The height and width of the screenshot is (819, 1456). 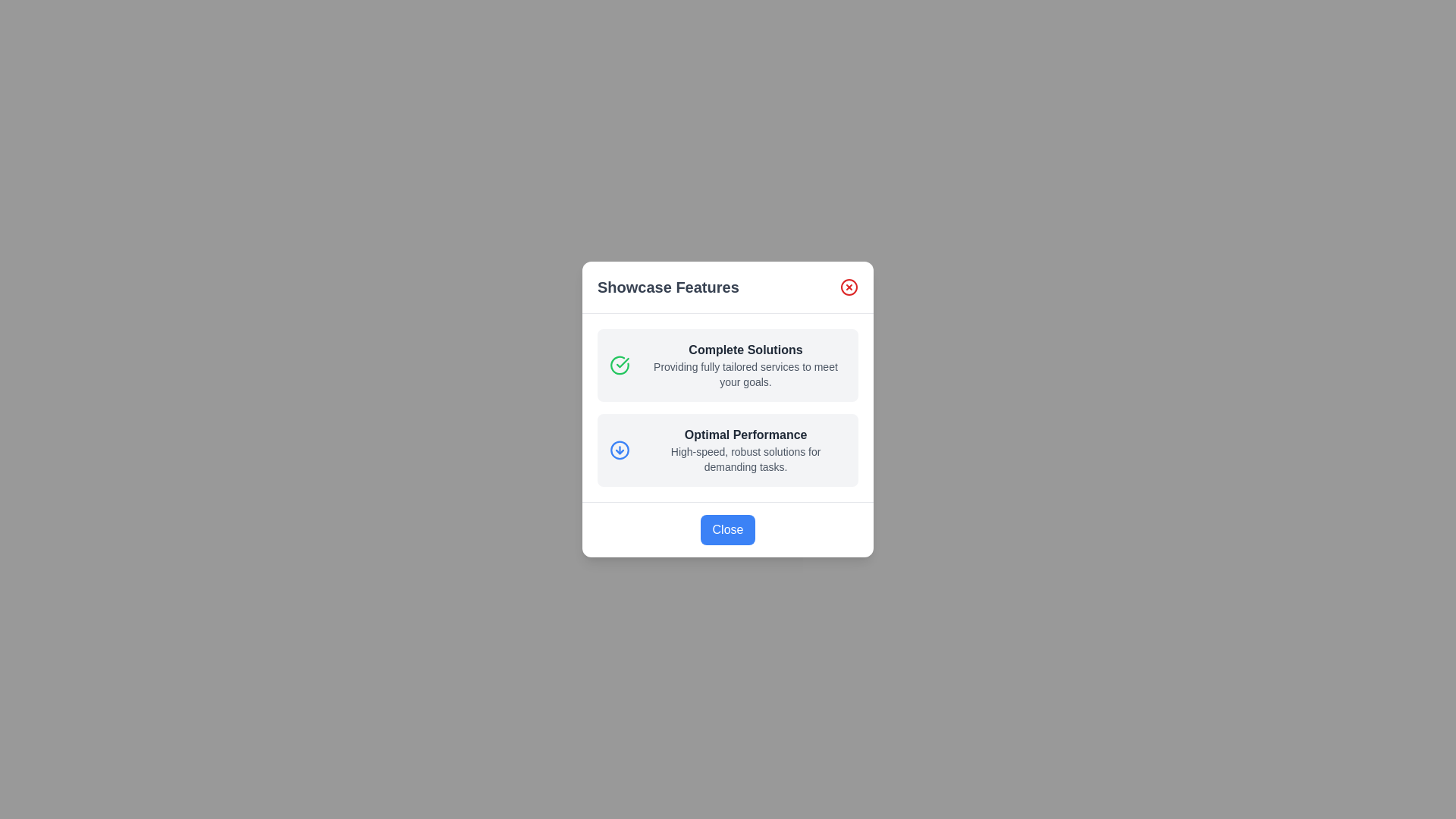 What do you see at coordinates (619, 450) in the screenshot?
I see `the icon representing the feature 'Optimal Performance'` at bounding box center [619, 450].